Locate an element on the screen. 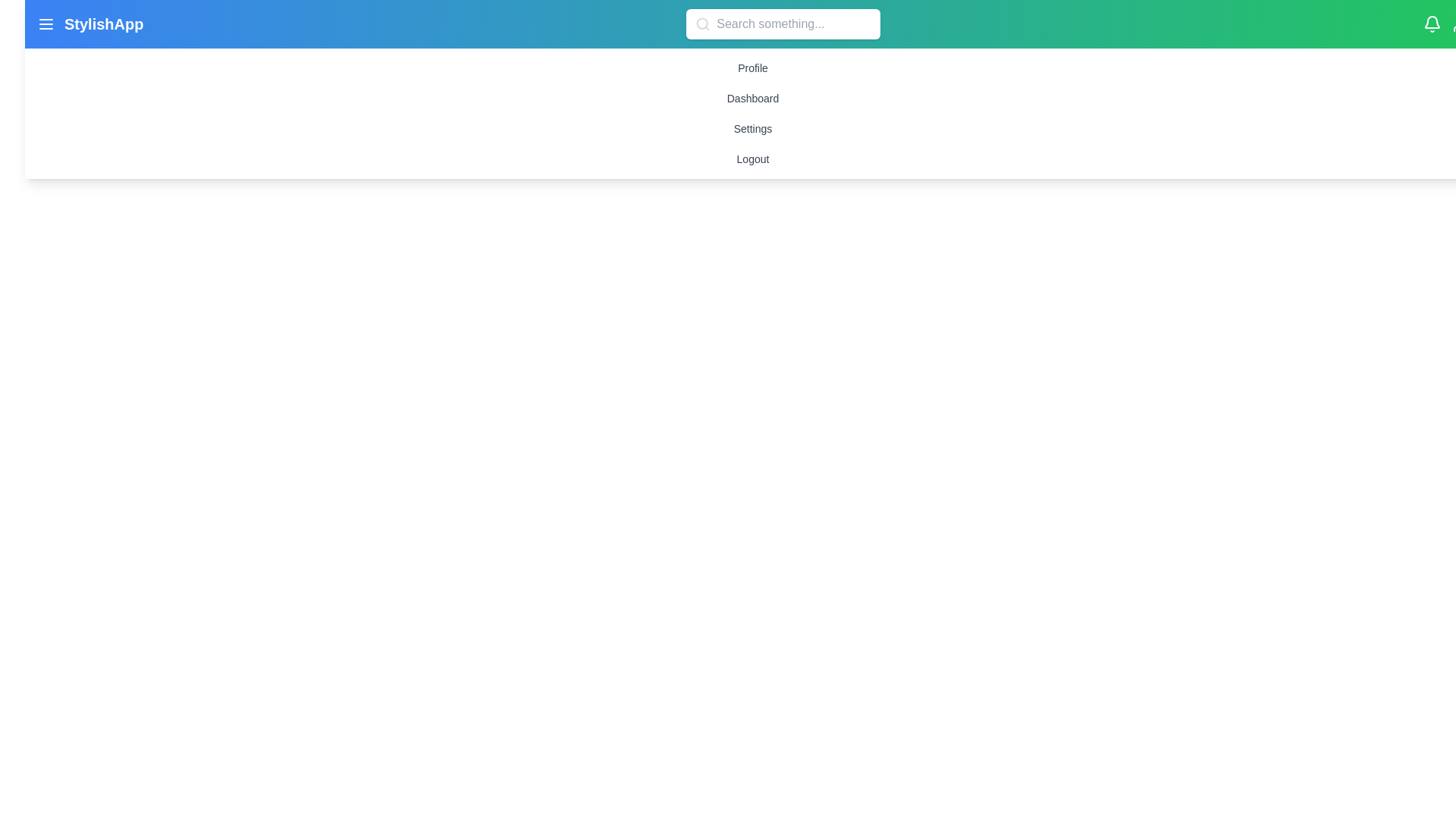 The image size is (1456, 819). the Notification Bell Icon located at the far right of the header is located at coordinates (1431, 24).